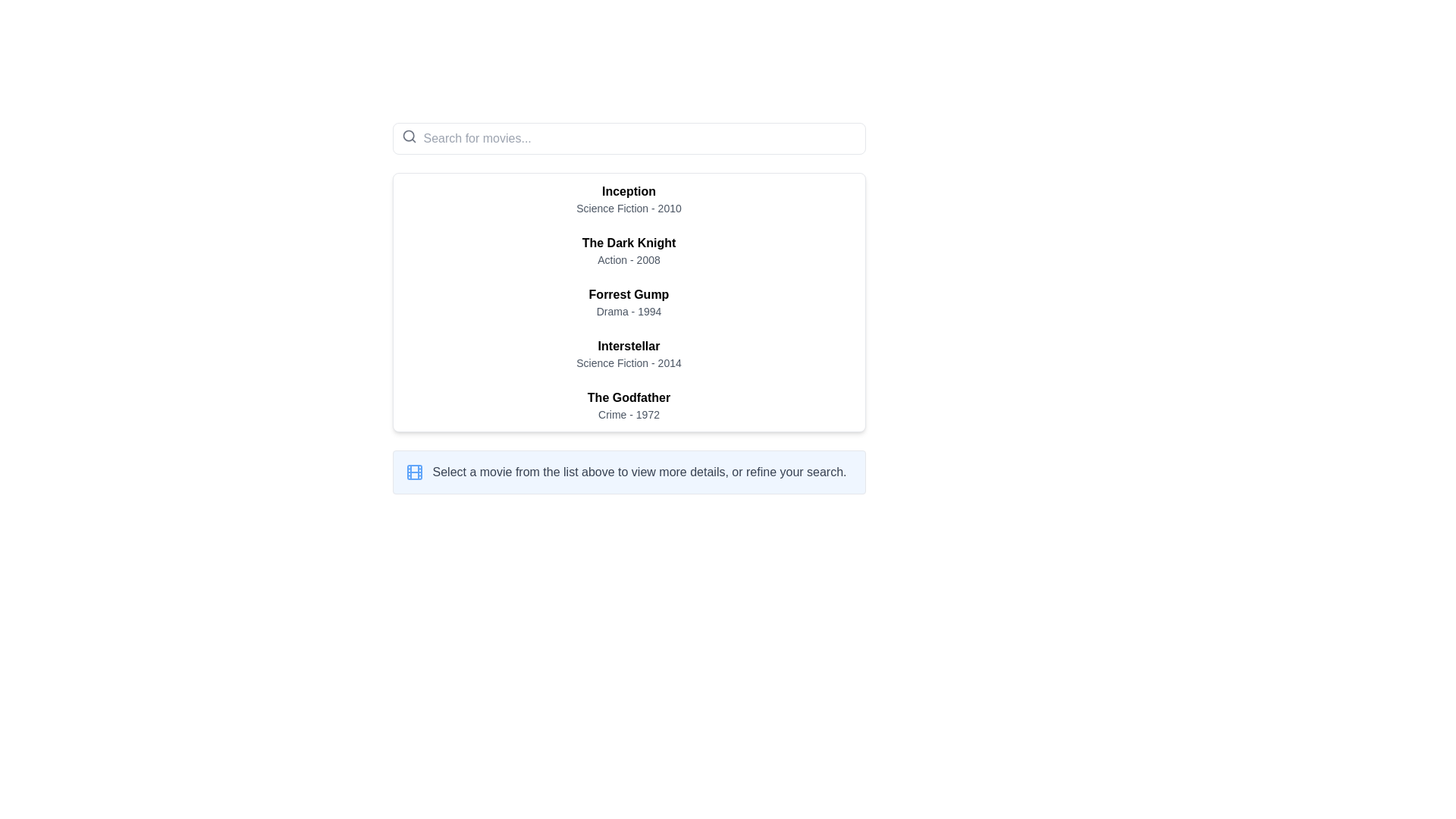 The image size is (1456, 819). What do you see at coordinates (629, 362) in the screenshot?
I see `the text label that describes the genre 'Science Fiction' and the release year '2014' of the movie 'Interstellar', which is located directly below the title within the movie entries list` at bounding box center [629, 362].